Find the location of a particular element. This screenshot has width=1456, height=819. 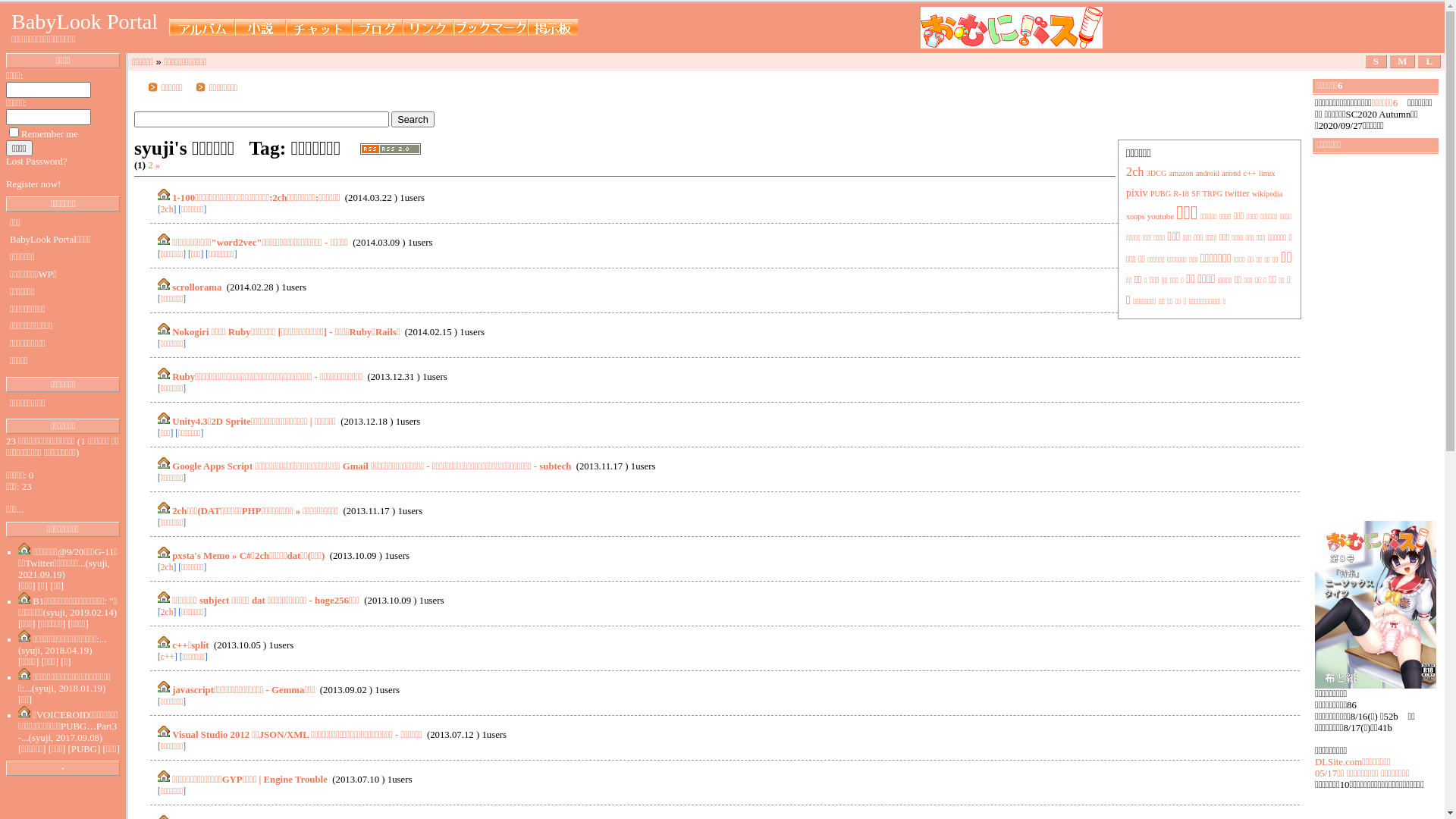

'twitter' is located at coordinates (1237, 192).